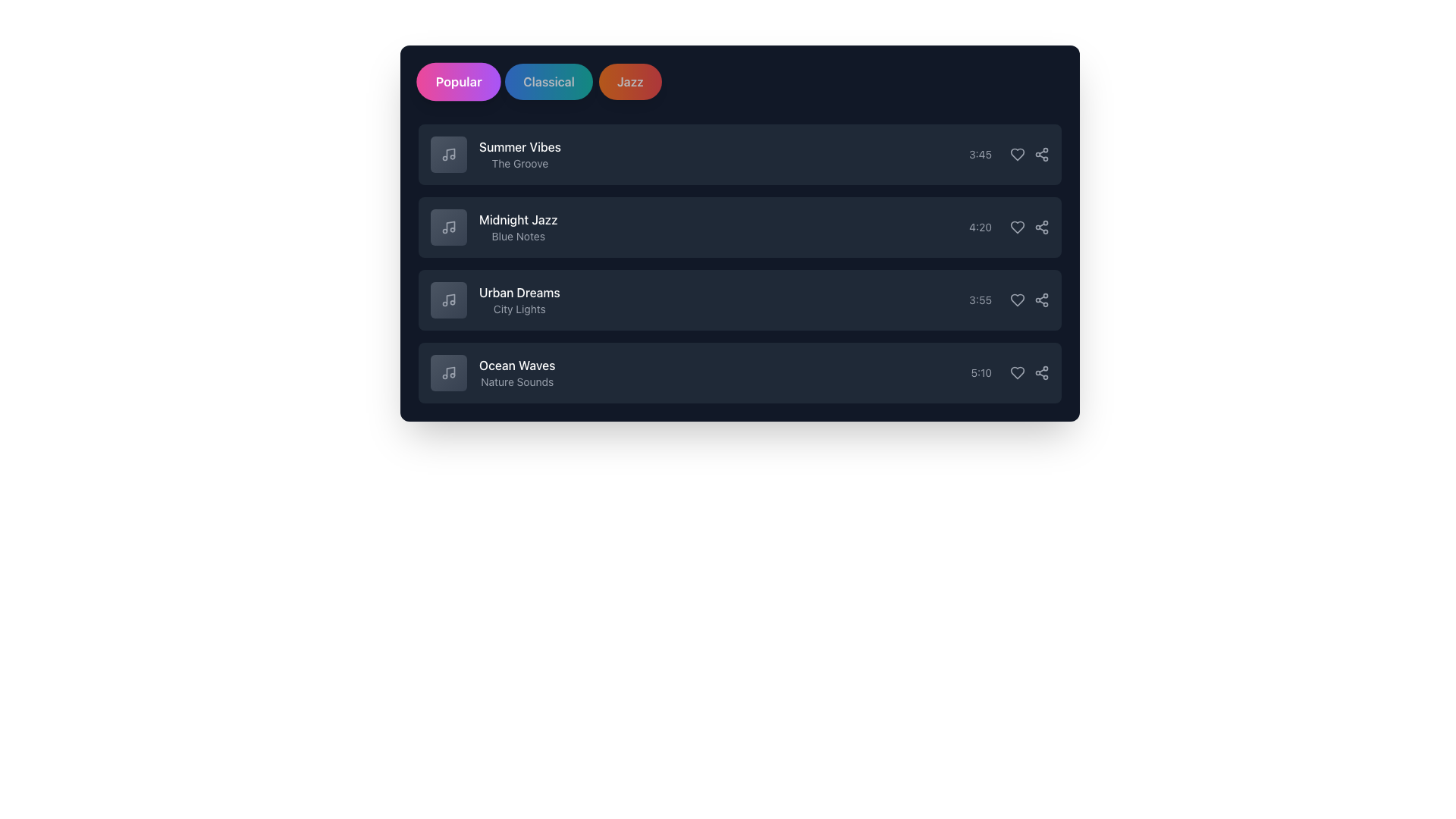 Image resolution: width=1456 pixels, height=819 pixels. I want to click on the text label displaying '3:55' in light gray font, located in the third row of a list, so click(981, 300).